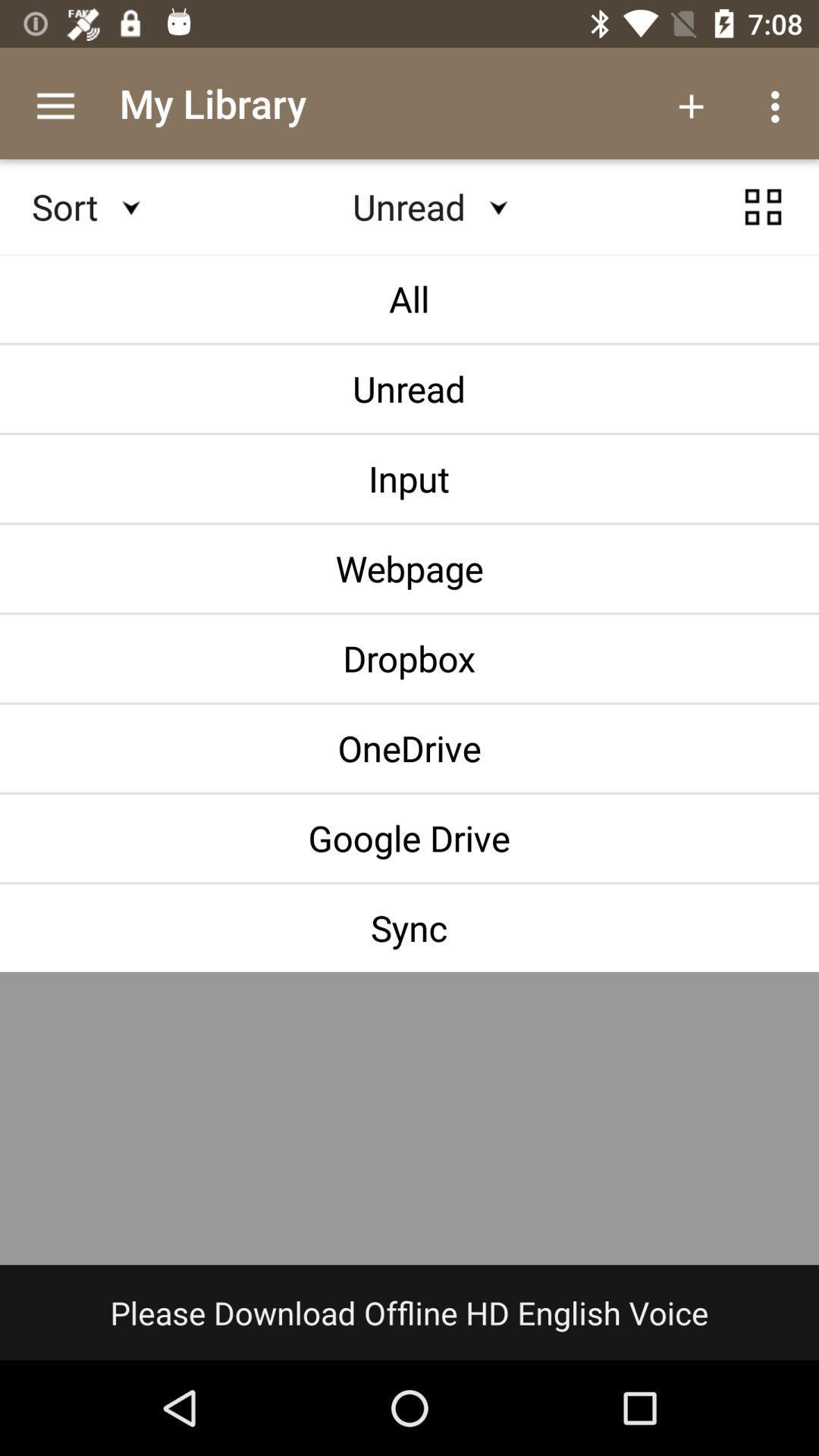 This screenshot has height=1456, width=819. What do you see at coordinates (763, 221) in the screenshot?
I see `the dashboard icon` at bounding box center [763, 221].